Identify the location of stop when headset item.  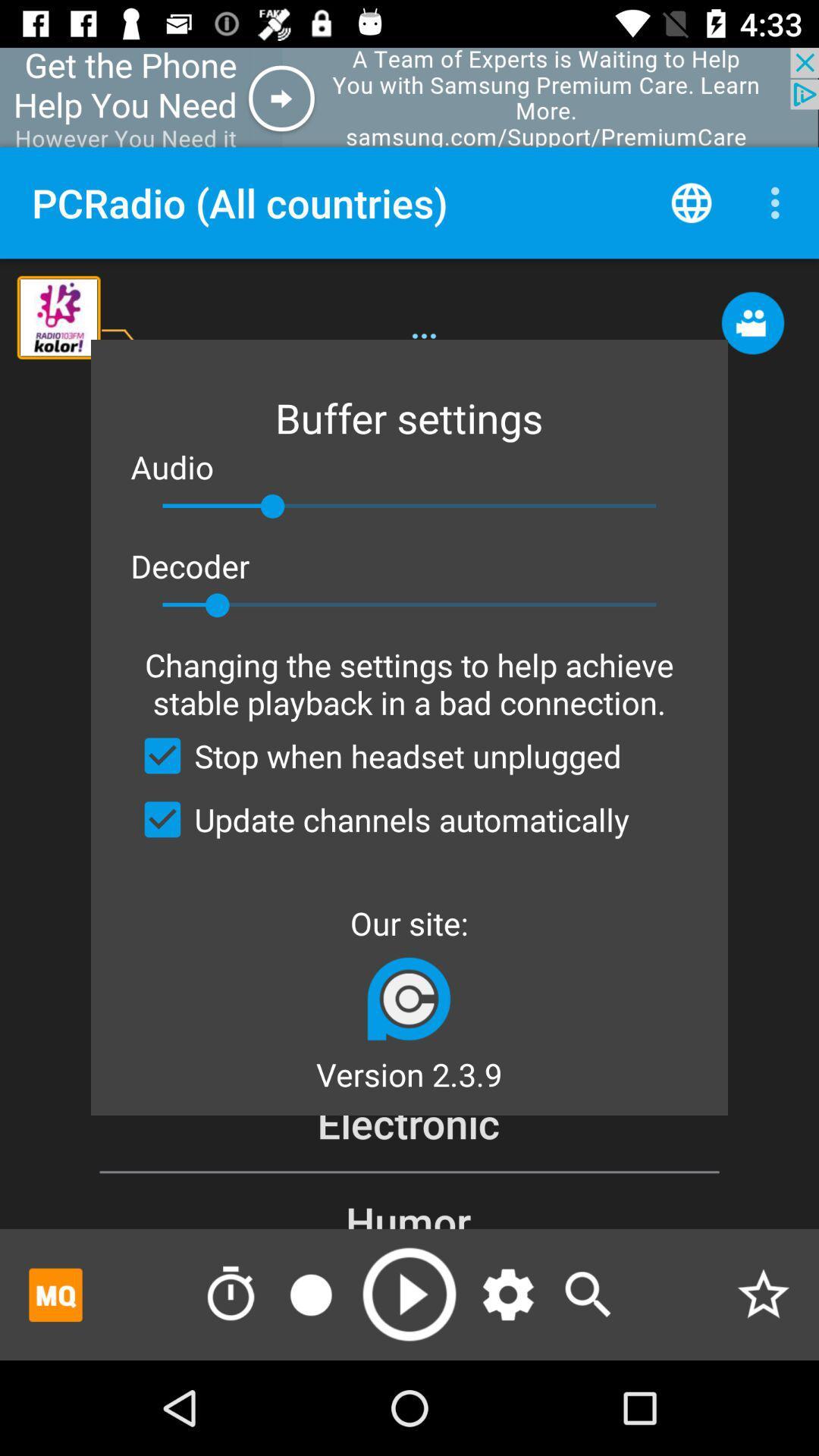
(375, 755).